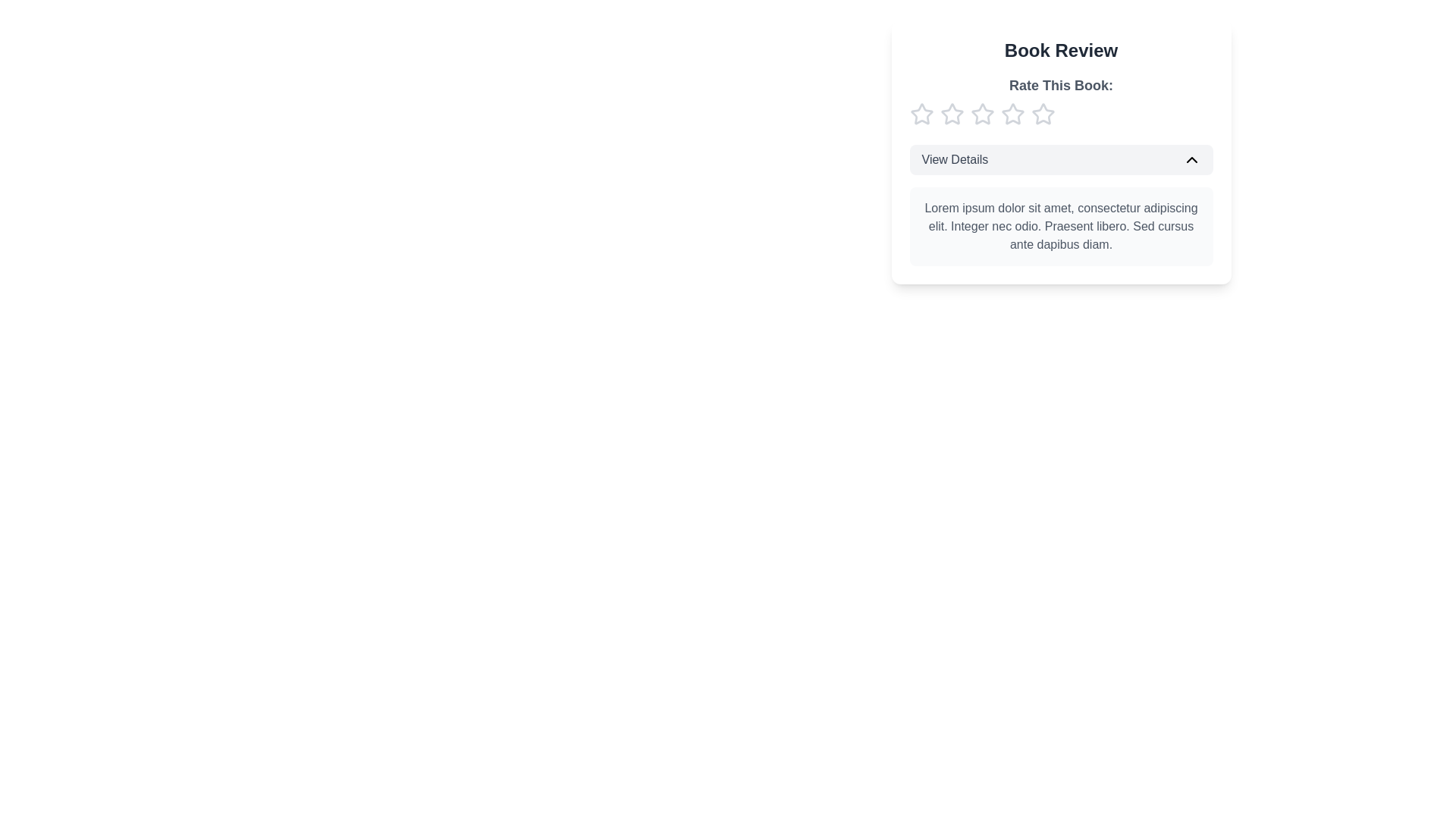  Describe the element at coordinates (921, 113) in the screenshot. I see `the first star icon in the rating system below the text 'Rate This Book:' inside the 'Book Review' card to rate it` at that location.